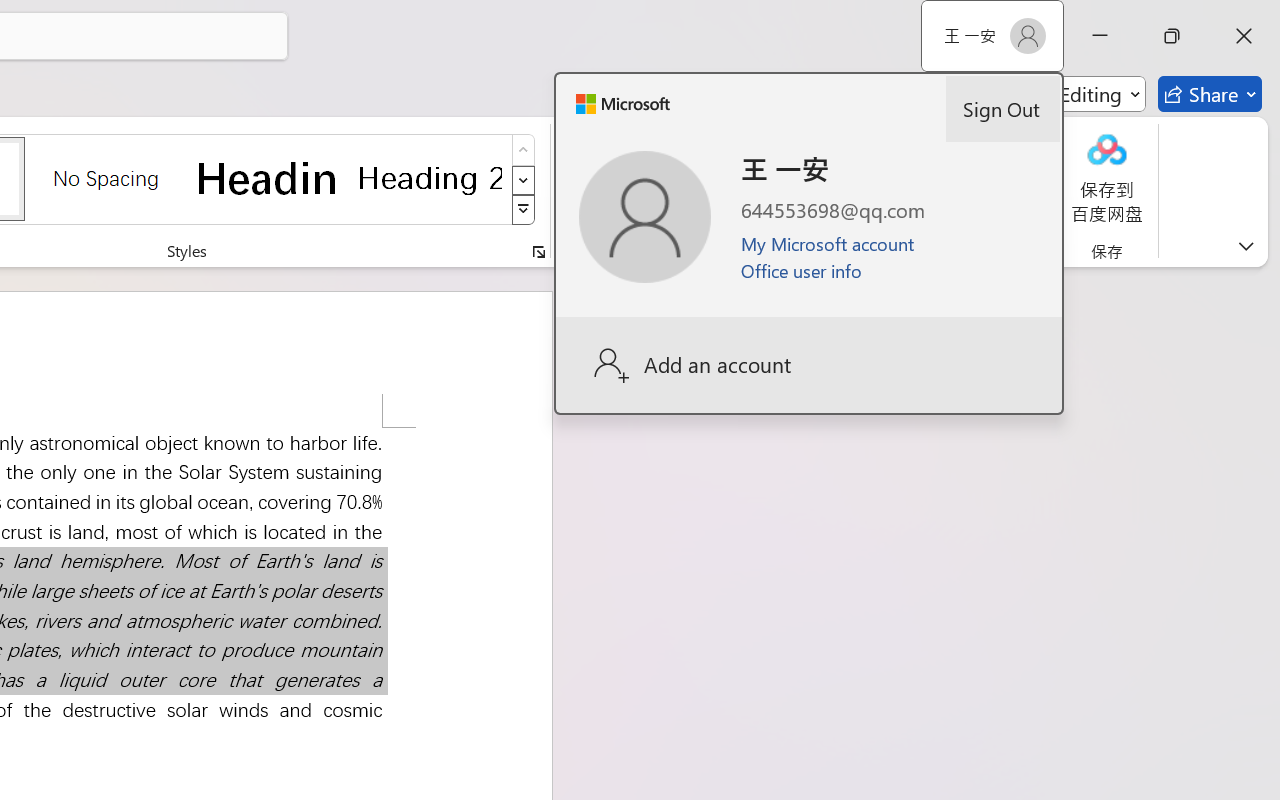 This screenshot has width=1280, height=800. I want to click on 'Row up', so click(523, 150).